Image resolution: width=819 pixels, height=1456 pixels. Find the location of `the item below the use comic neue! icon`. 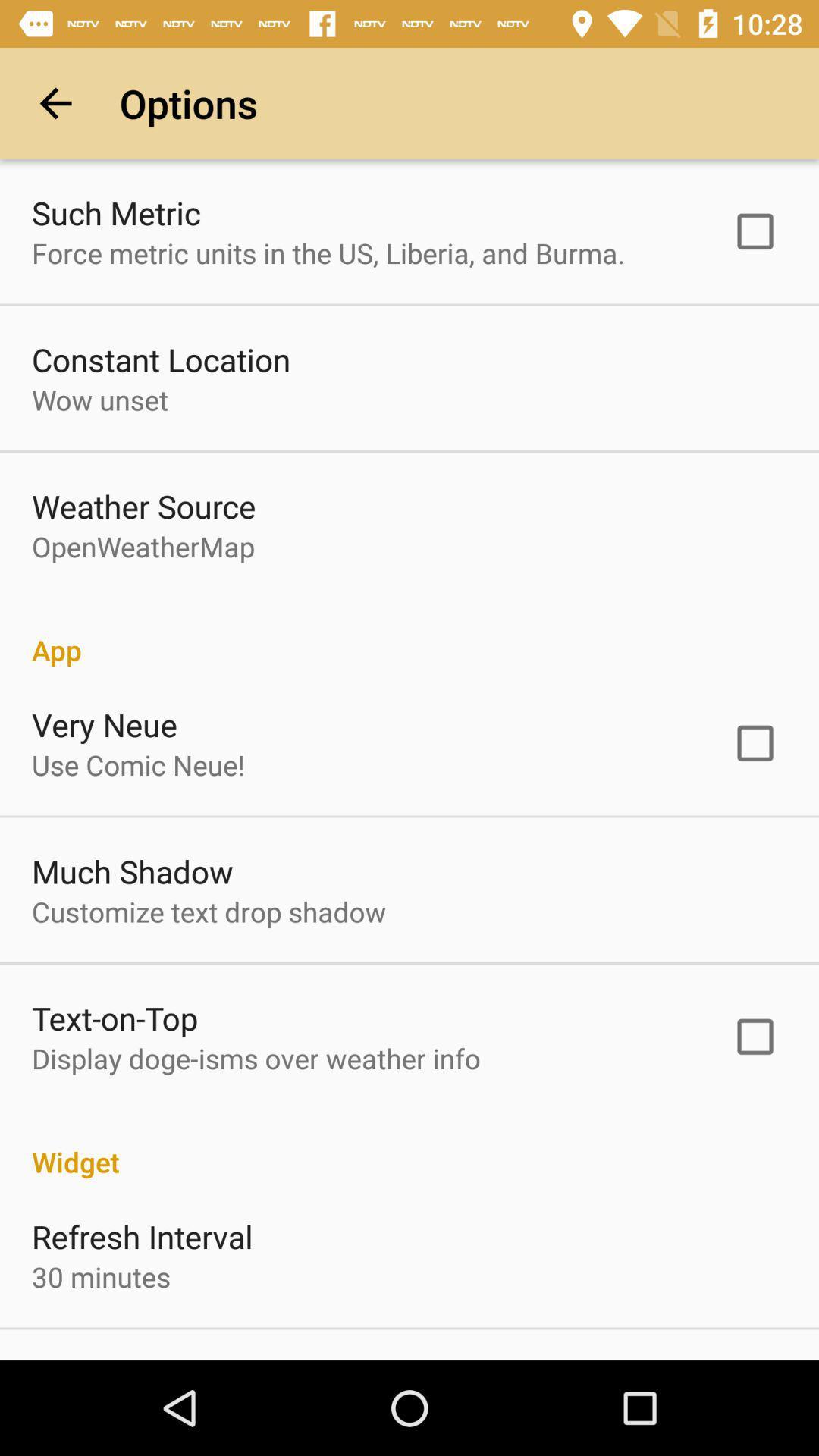

the item below the use comic neue! icon is located at coordinates (131, 871).